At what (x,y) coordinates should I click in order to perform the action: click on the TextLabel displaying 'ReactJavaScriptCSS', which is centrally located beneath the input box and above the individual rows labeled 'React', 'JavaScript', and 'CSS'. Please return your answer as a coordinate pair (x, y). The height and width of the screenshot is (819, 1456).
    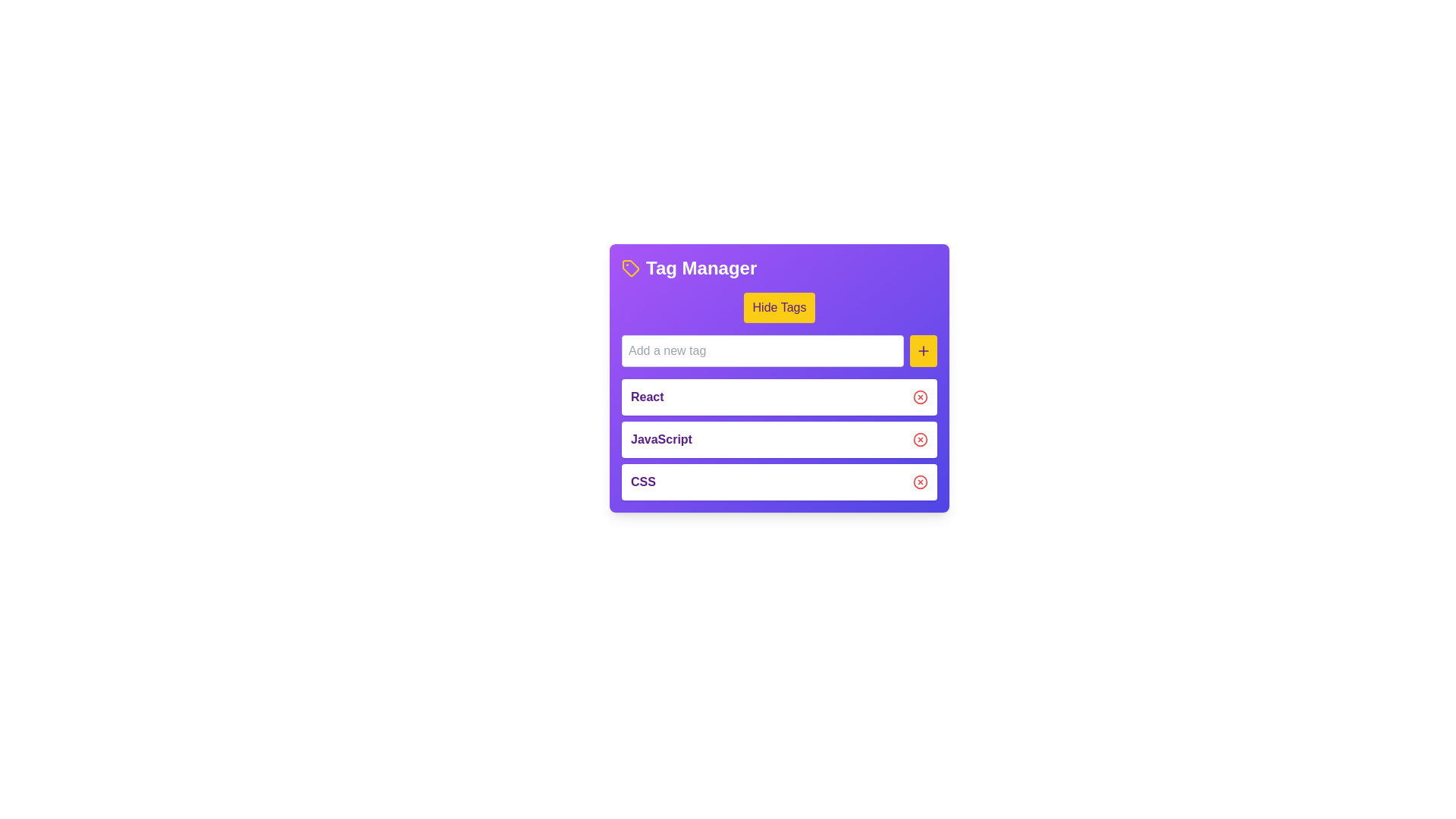
    Looking at the image, I should click on (779, 418).